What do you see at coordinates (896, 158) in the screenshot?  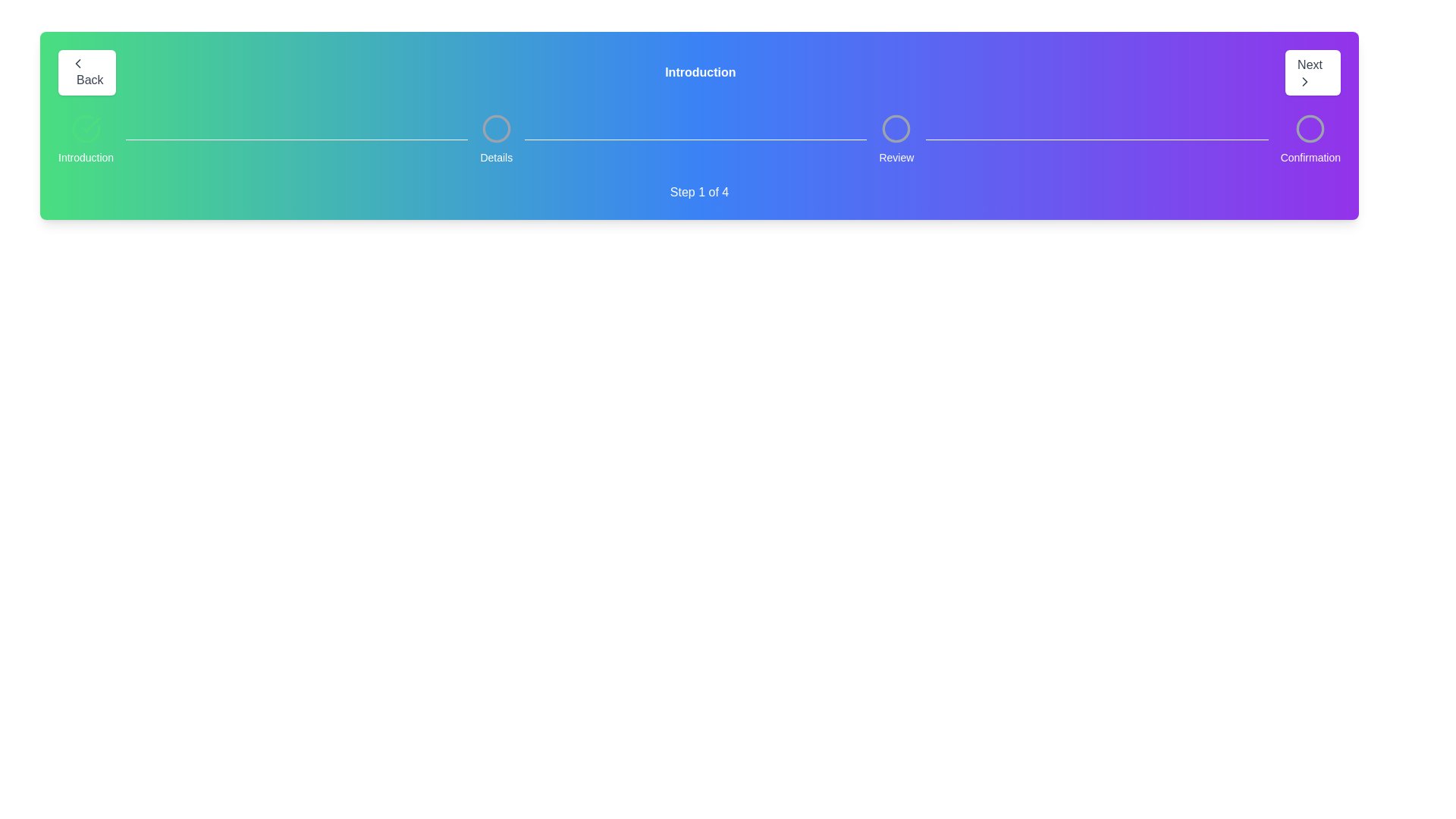 I see `the text label indicating the third step 'Review' in the multi-step progress tracker for accessibility purposes` at bounding box center [896, 158].